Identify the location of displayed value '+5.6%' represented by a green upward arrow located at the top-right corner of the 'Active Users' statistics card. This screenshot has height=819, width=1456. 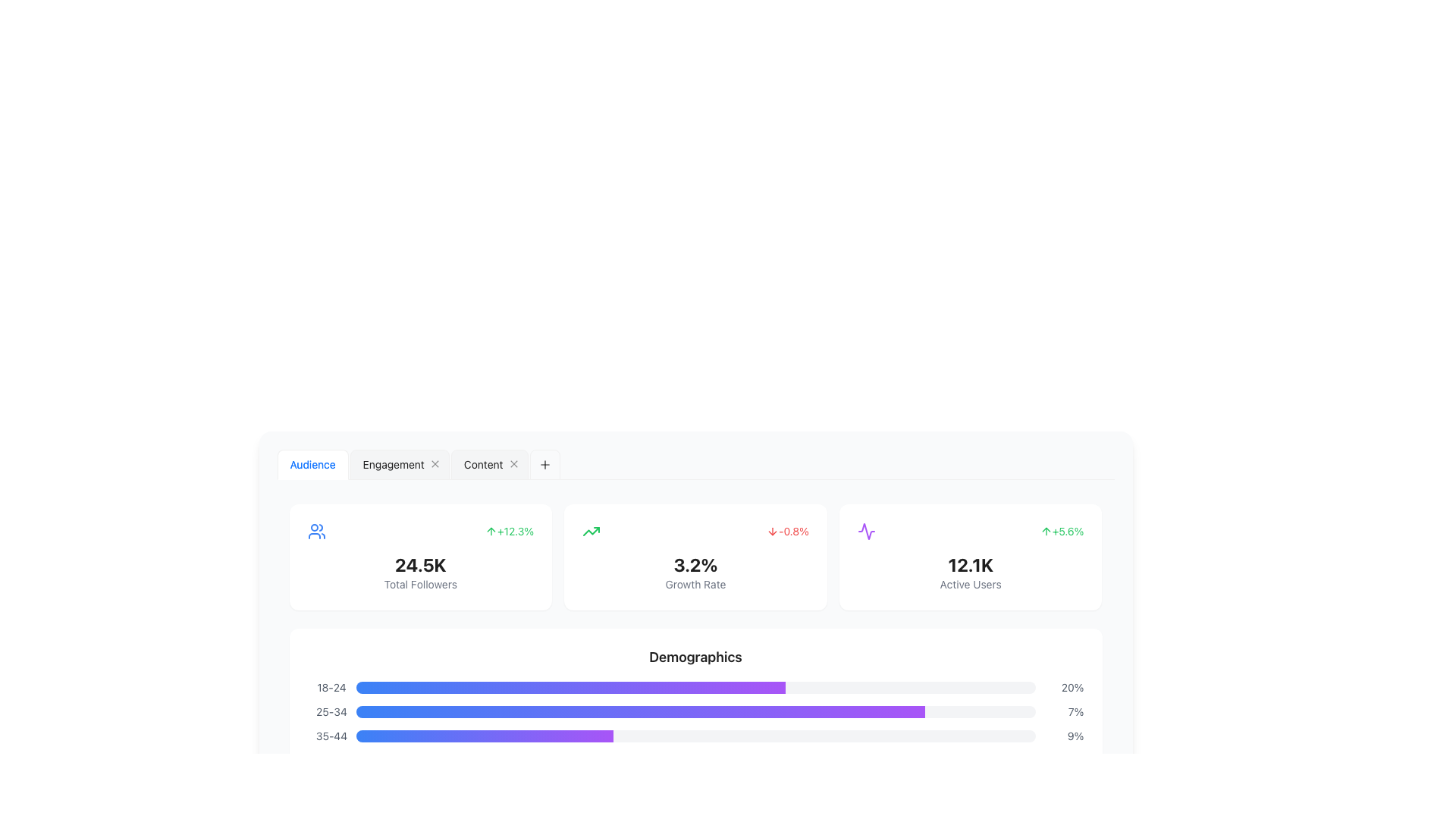
(1061, 531).